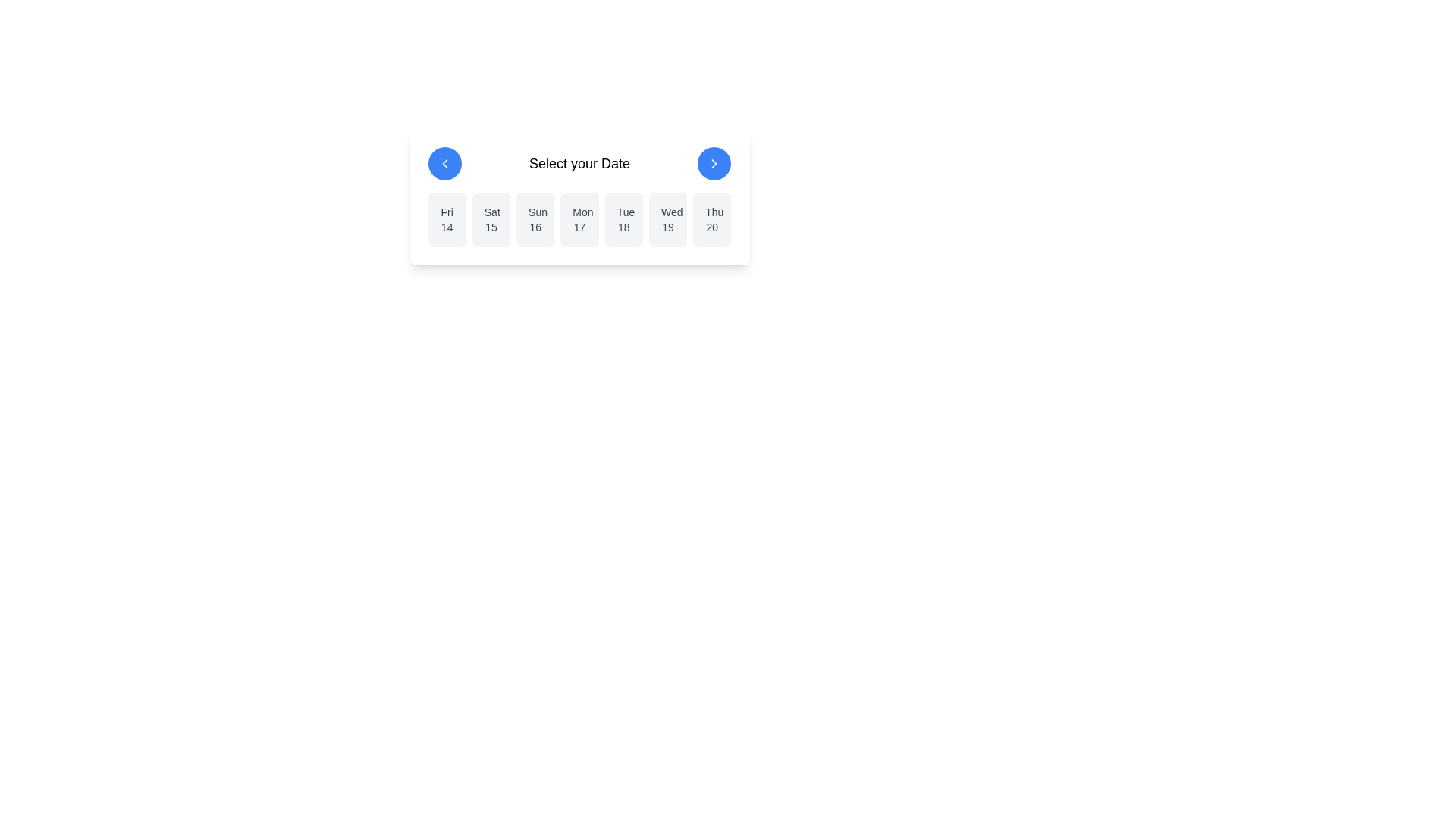  I want to click on the date selector button for 'Monday, 17th', which is located to the right of 'Sun 16' and to the left of 'Tue 18' in the horizontal grid layout of date selectors, so click(579, 219).